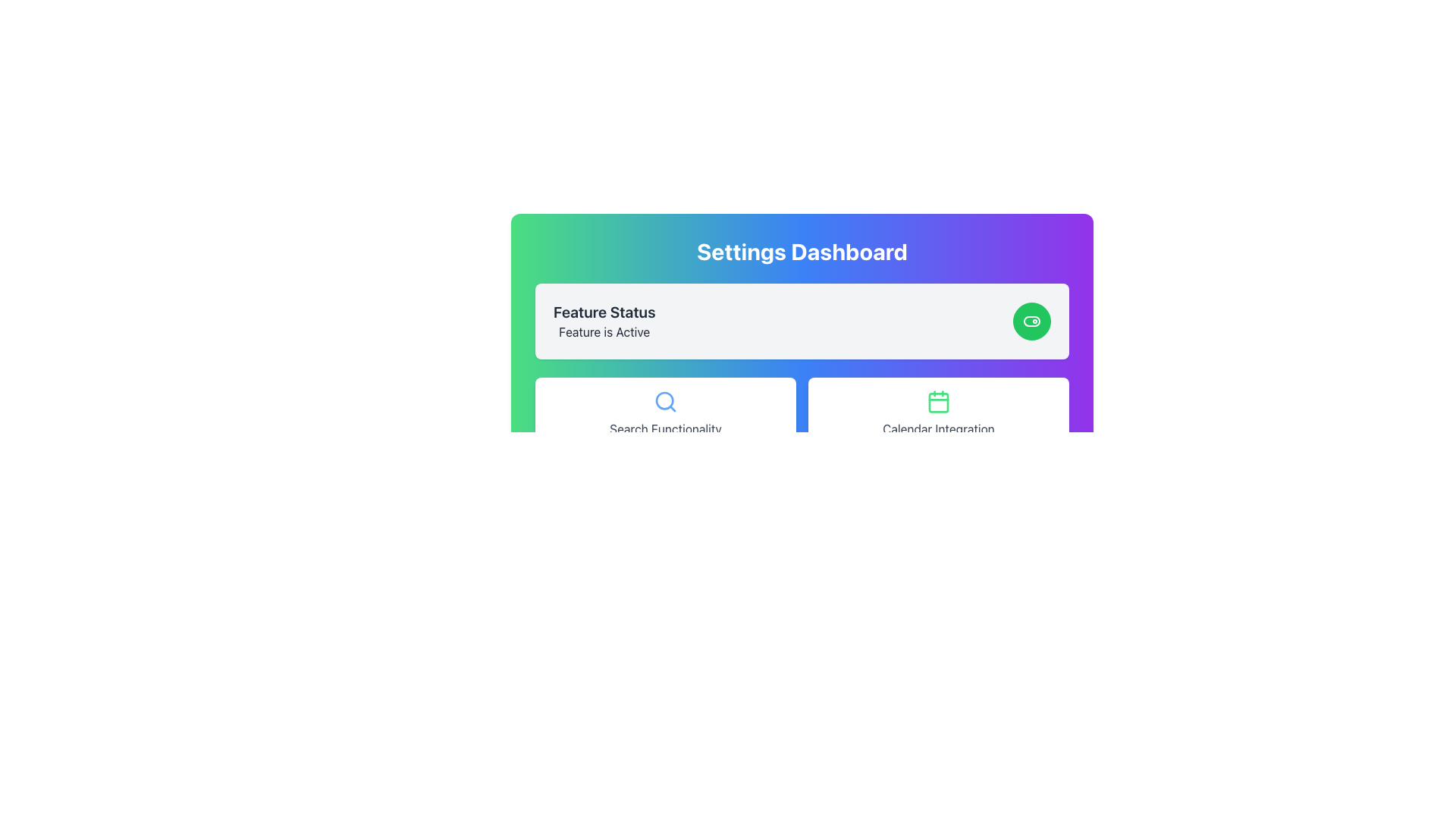  I want to click on text label that serves as the header for the feature status section, indicating that the feature is active, so click(604, 312).